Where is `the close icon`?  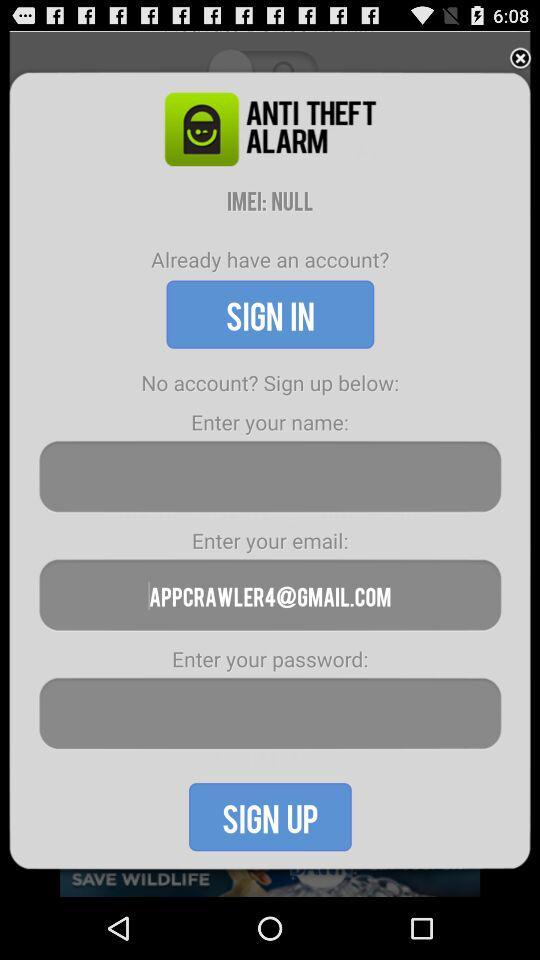 the close icon is located at coordinates (520, 62).